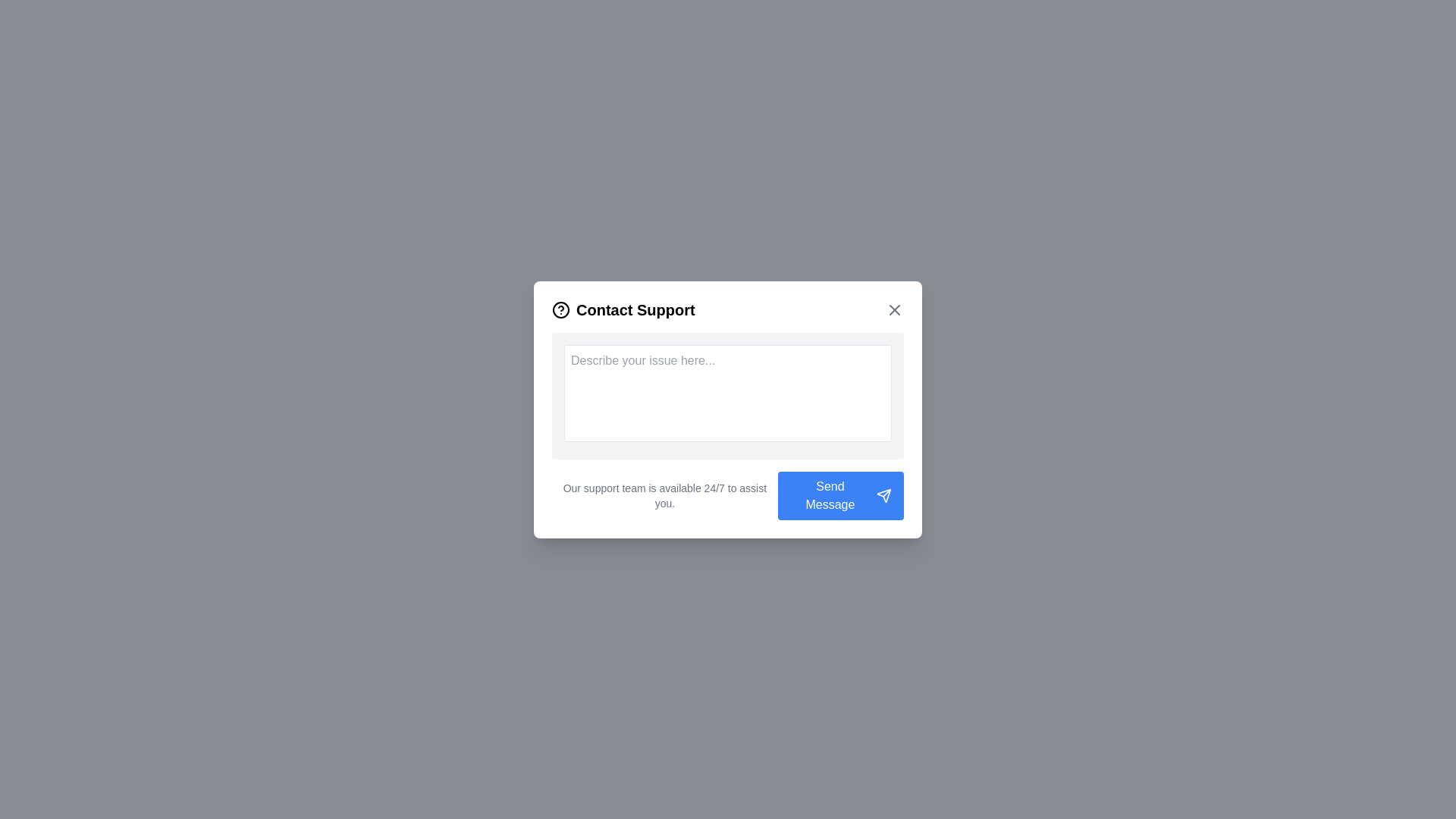 This screenshot has width=1456, height=819. I want to click on the informational text about the 24/7 availability of the support team located to the left of the 'Send Message' button in the bottom-left section of the 'Contact Support' card, so click(728, 495).